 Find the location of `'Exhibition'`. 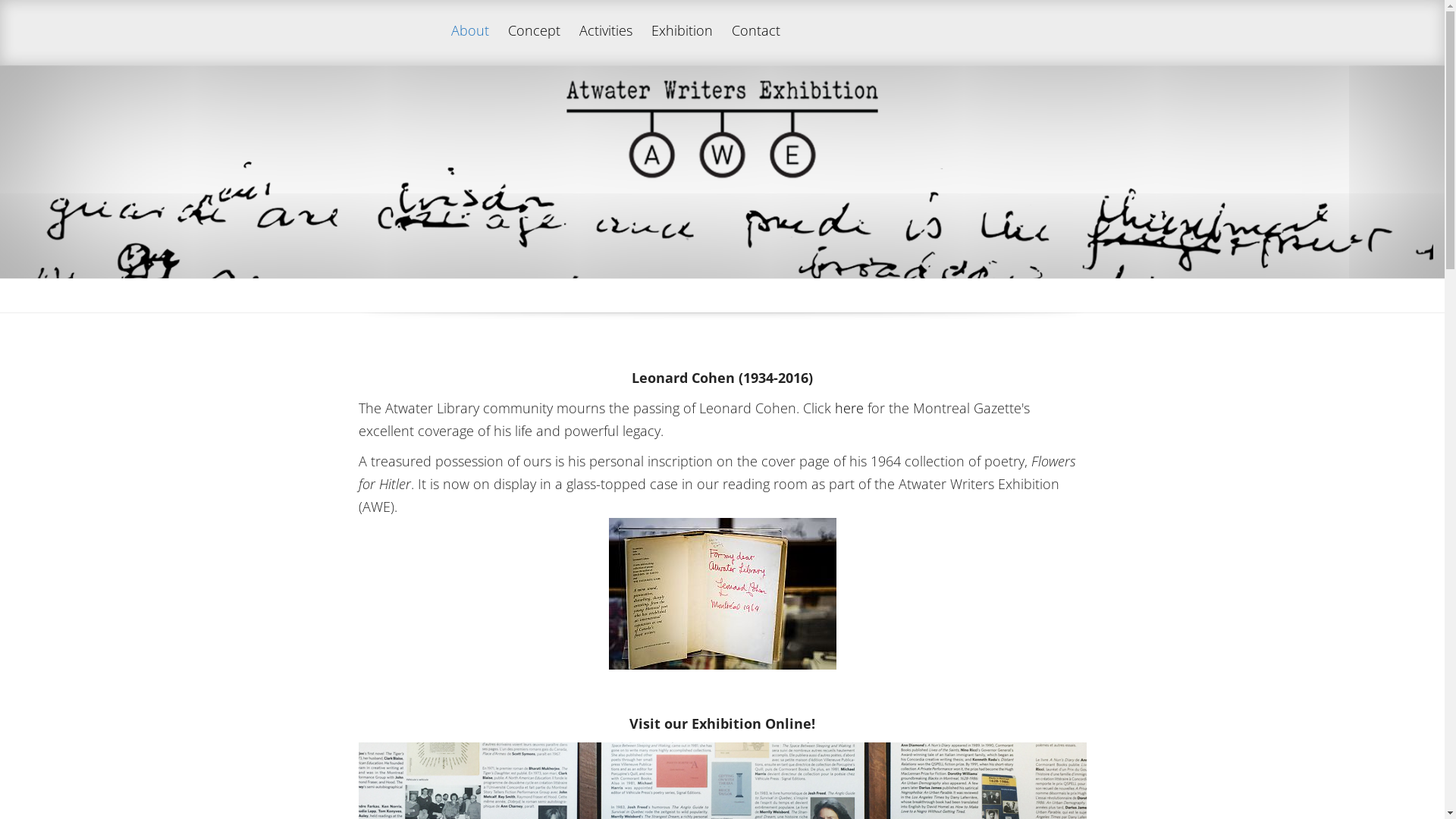

'Exhibition' is located at coordinates (643, 43).